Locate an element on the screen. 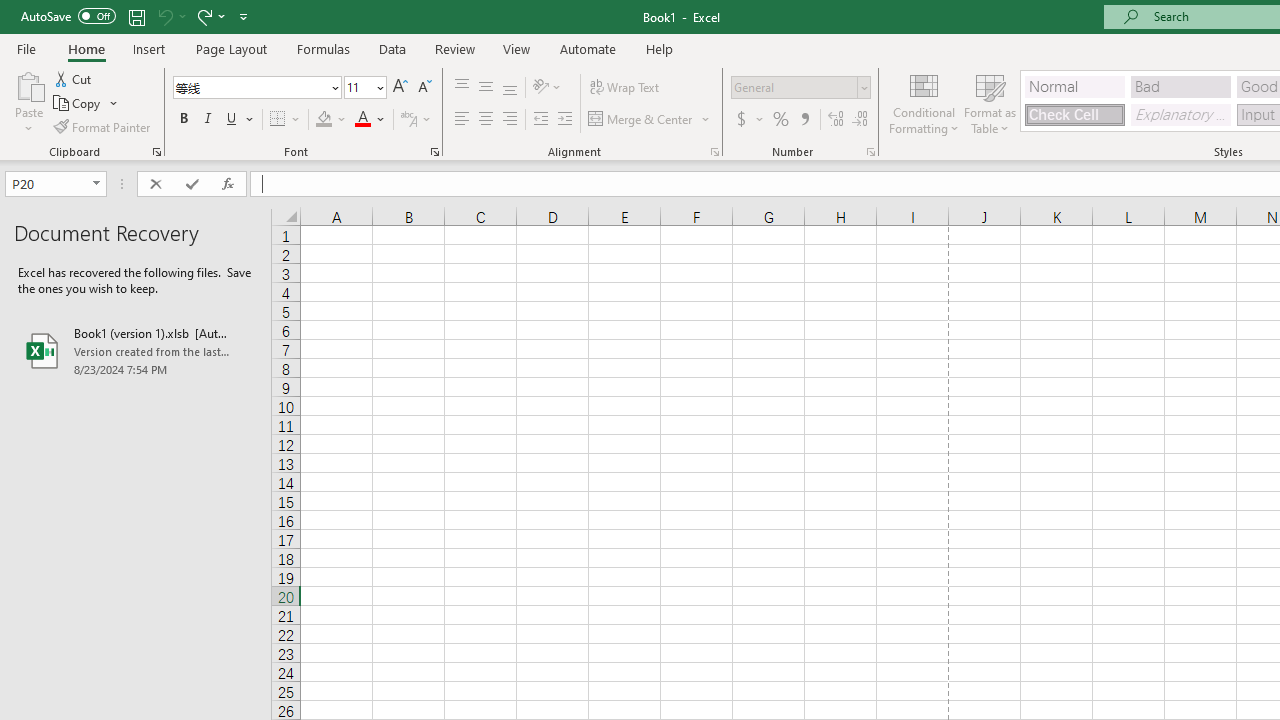 The width and height of the screenshot is (1280, 720). 'Format Cell Font' is located at coordinates (434, 150).